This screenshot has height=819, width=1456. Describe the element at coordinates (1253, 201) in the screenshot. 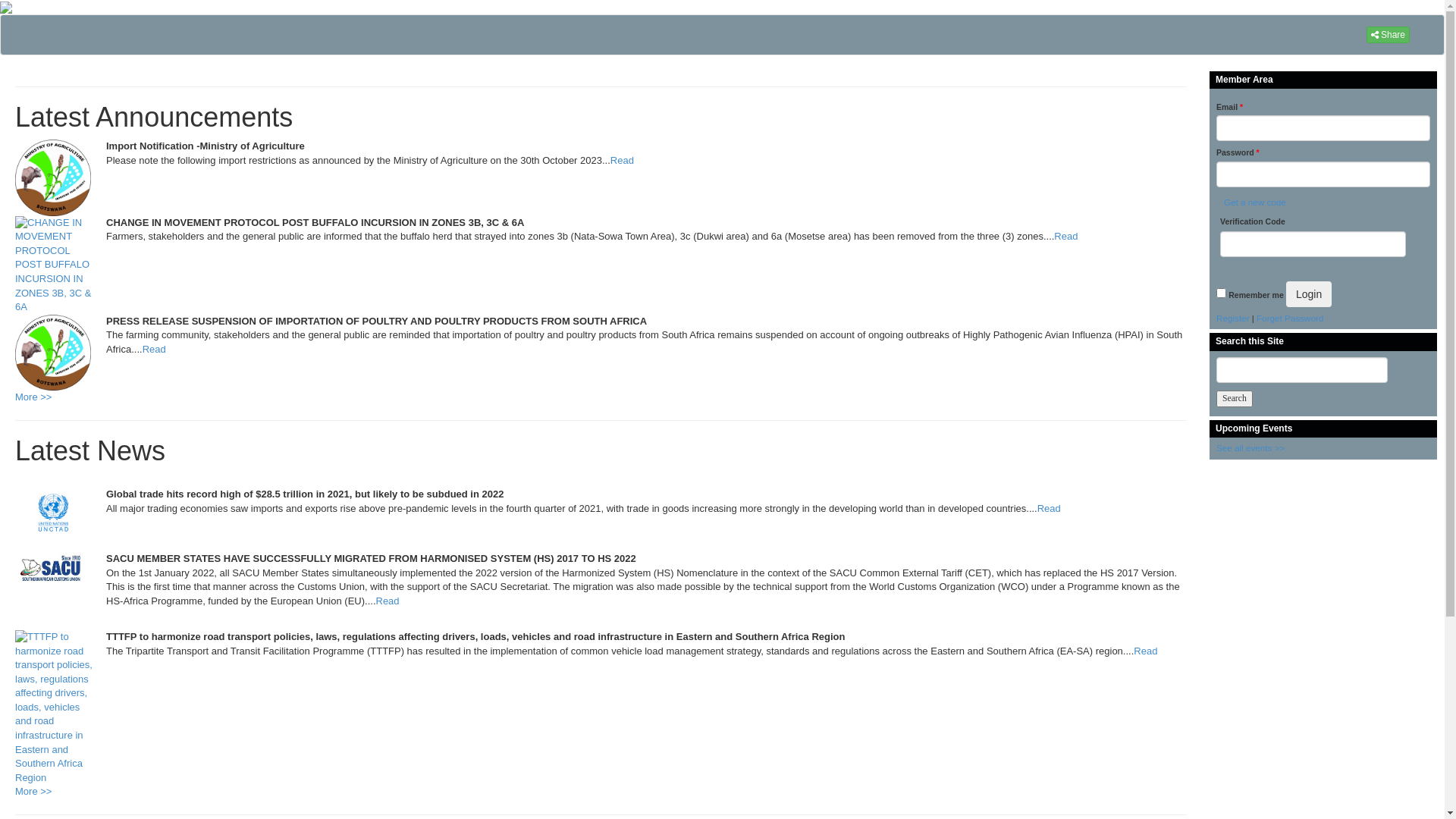

I see `'Get a new code'` at that location.